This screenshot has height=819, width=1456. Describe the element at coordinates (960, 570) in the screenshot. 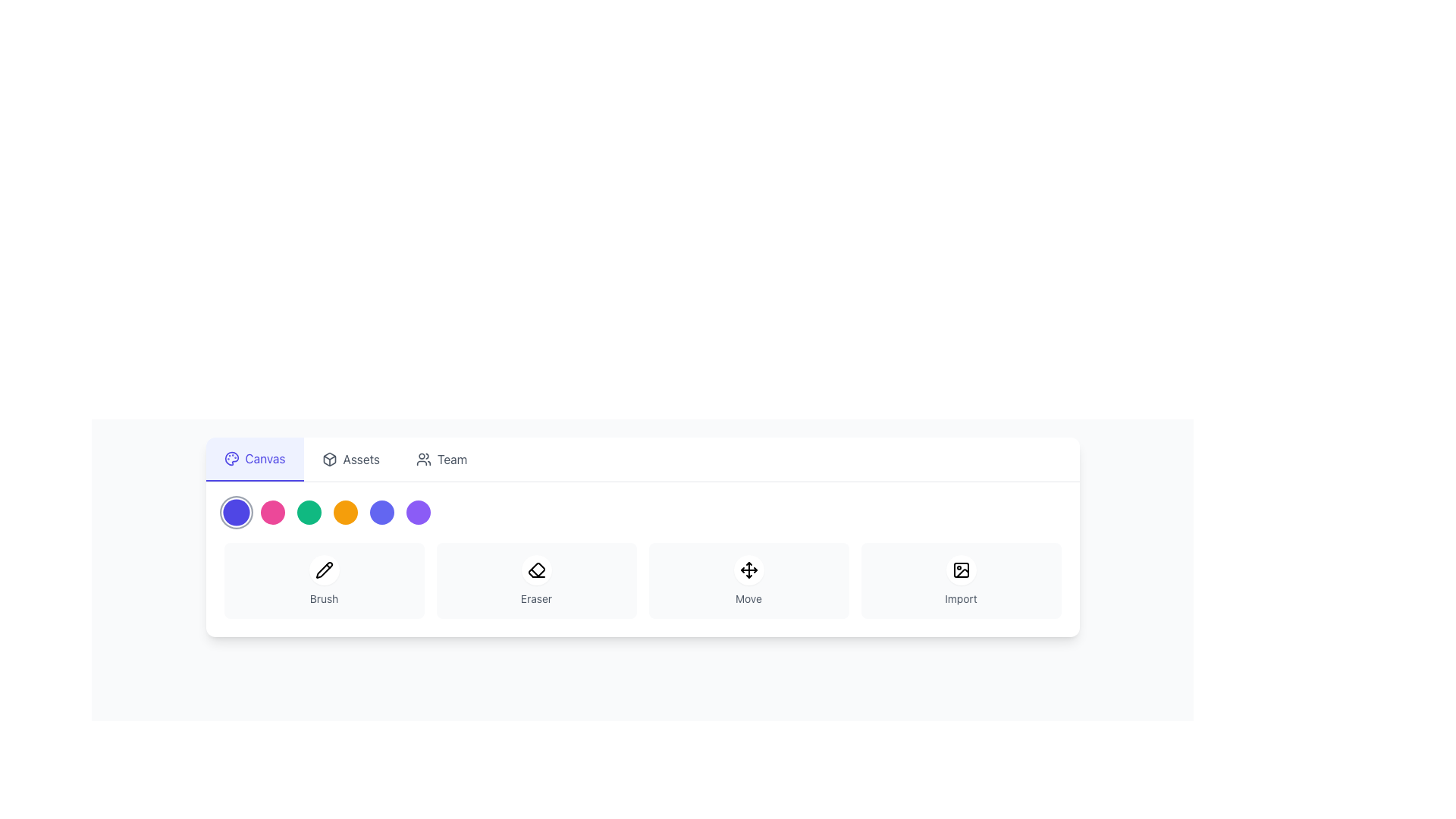

I see `the rightmost icon in the last row of the toolset panel, which represents an image file with a mountain and a circular sun or moon inside` at that location.